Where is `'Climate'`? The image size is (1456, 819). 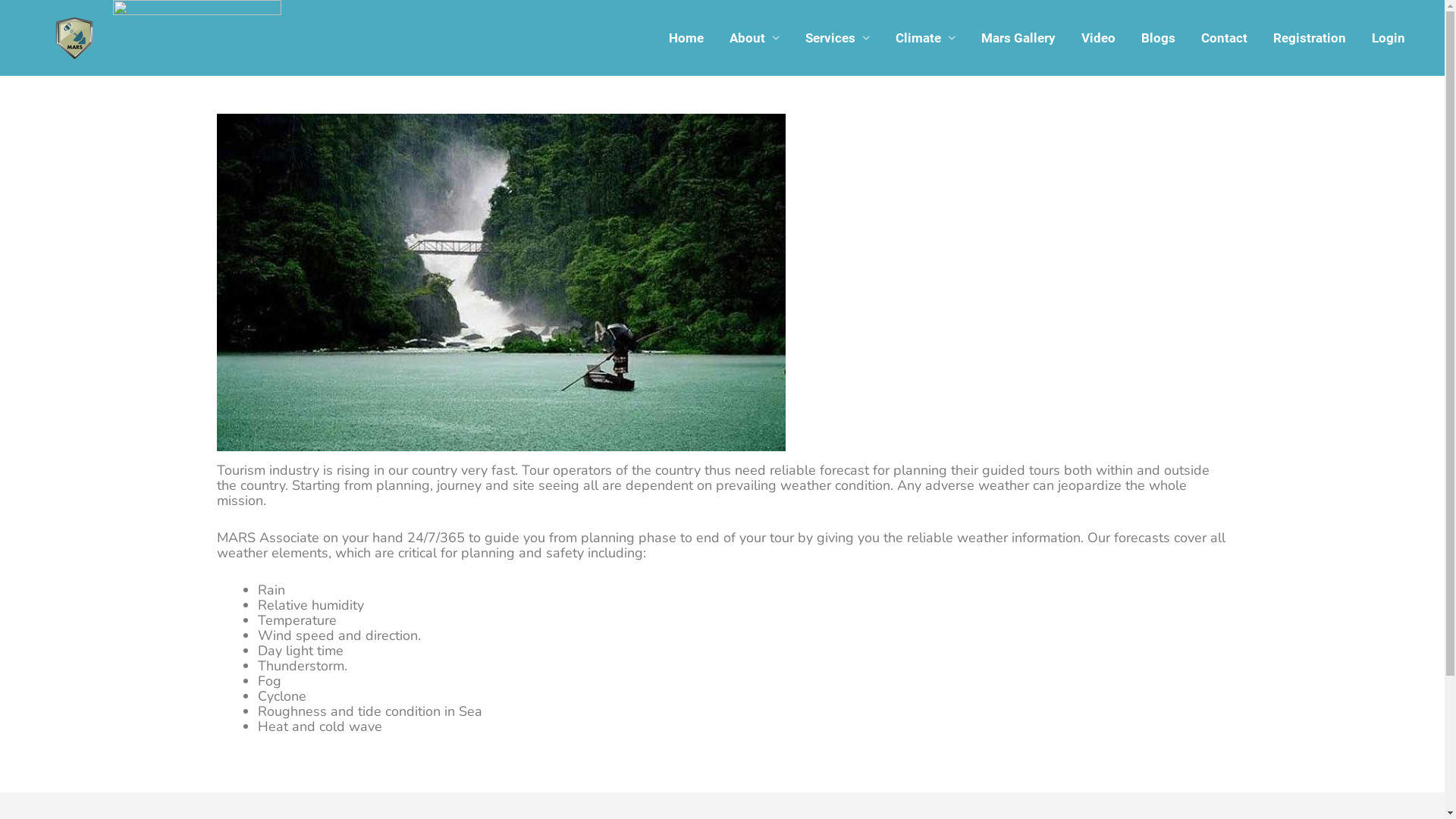
'Climate' is located at coordinates (924, 37).